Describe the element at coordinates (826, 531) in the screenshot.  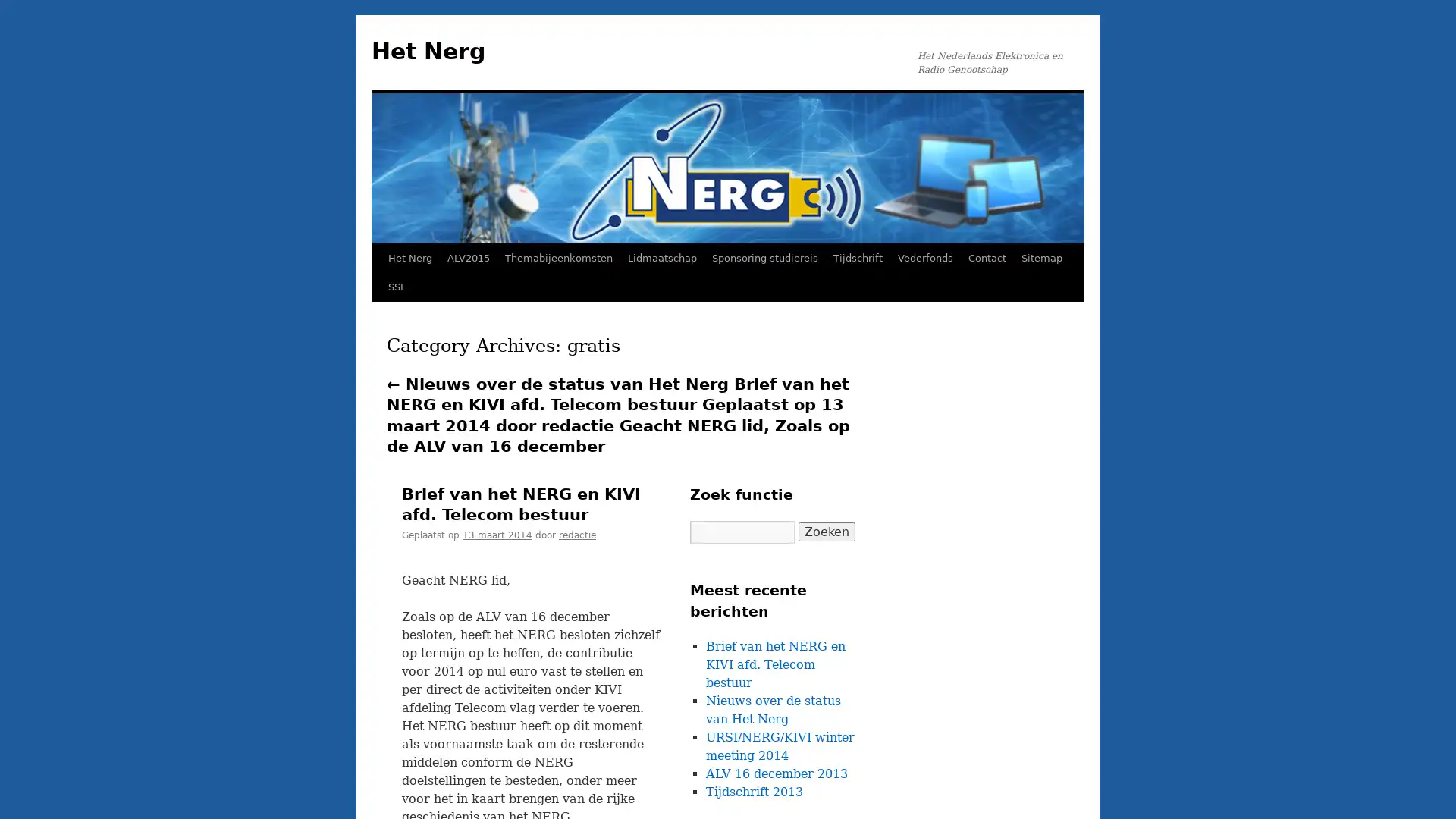
I see `Zoeken` at that location.